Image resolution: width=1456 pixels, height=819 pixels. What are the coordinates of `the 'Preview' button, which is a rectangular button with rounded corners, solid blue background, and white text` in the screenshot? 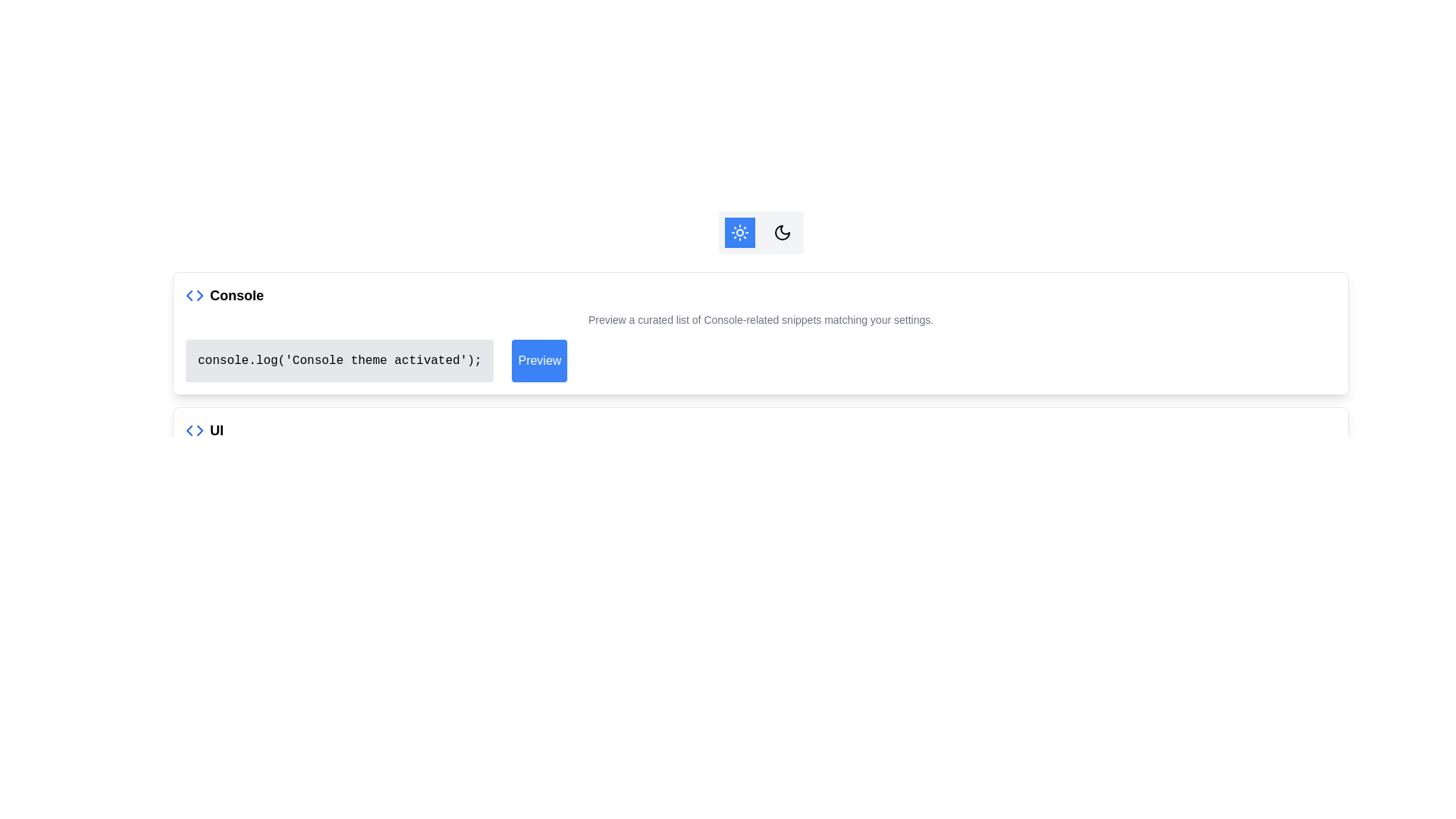 It's located at (539, 360).